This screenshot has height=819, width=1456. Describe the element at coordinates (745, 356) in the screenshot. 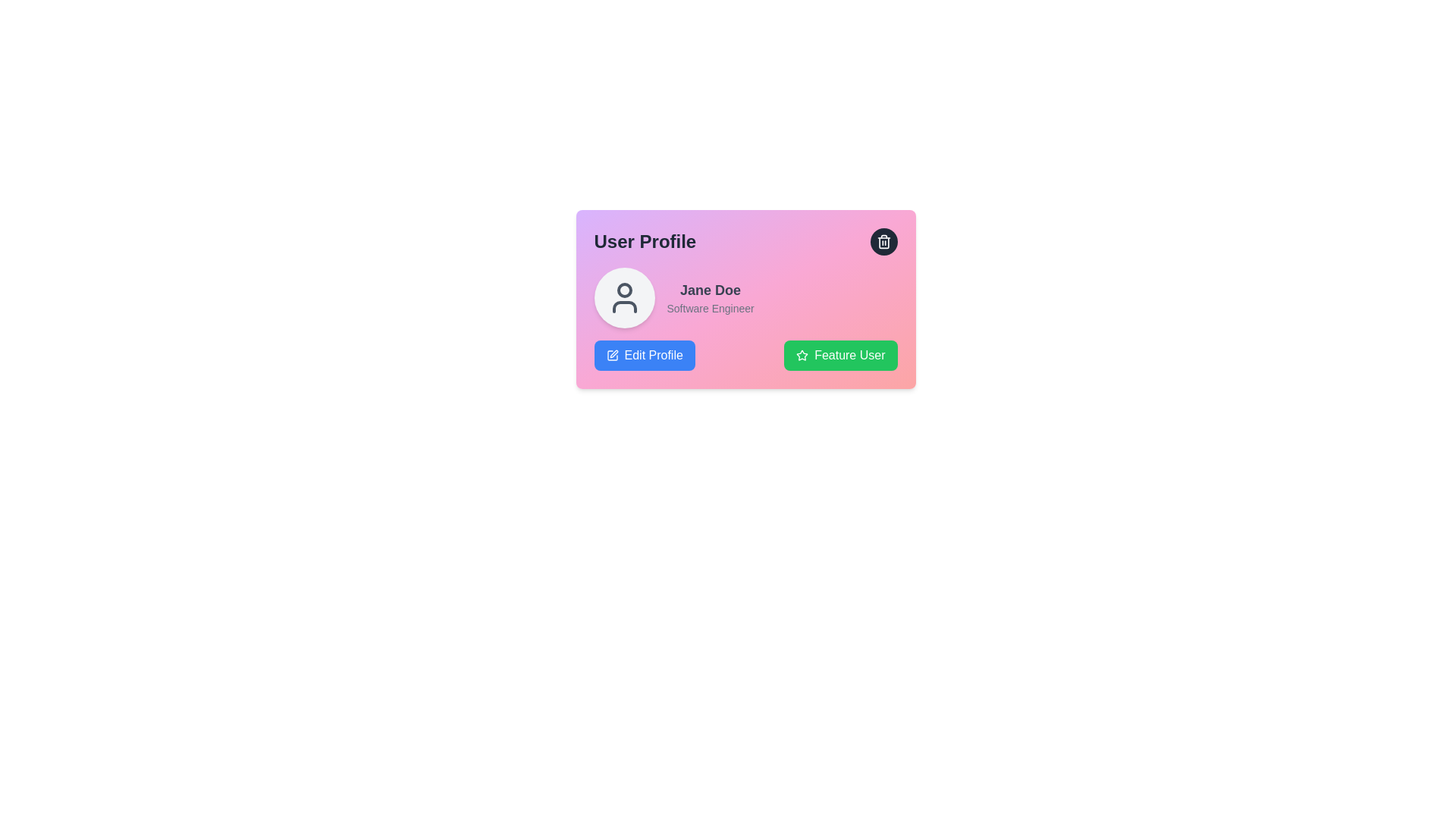

I see `the segmented button group beneath Jane Doe's profile` at that location.